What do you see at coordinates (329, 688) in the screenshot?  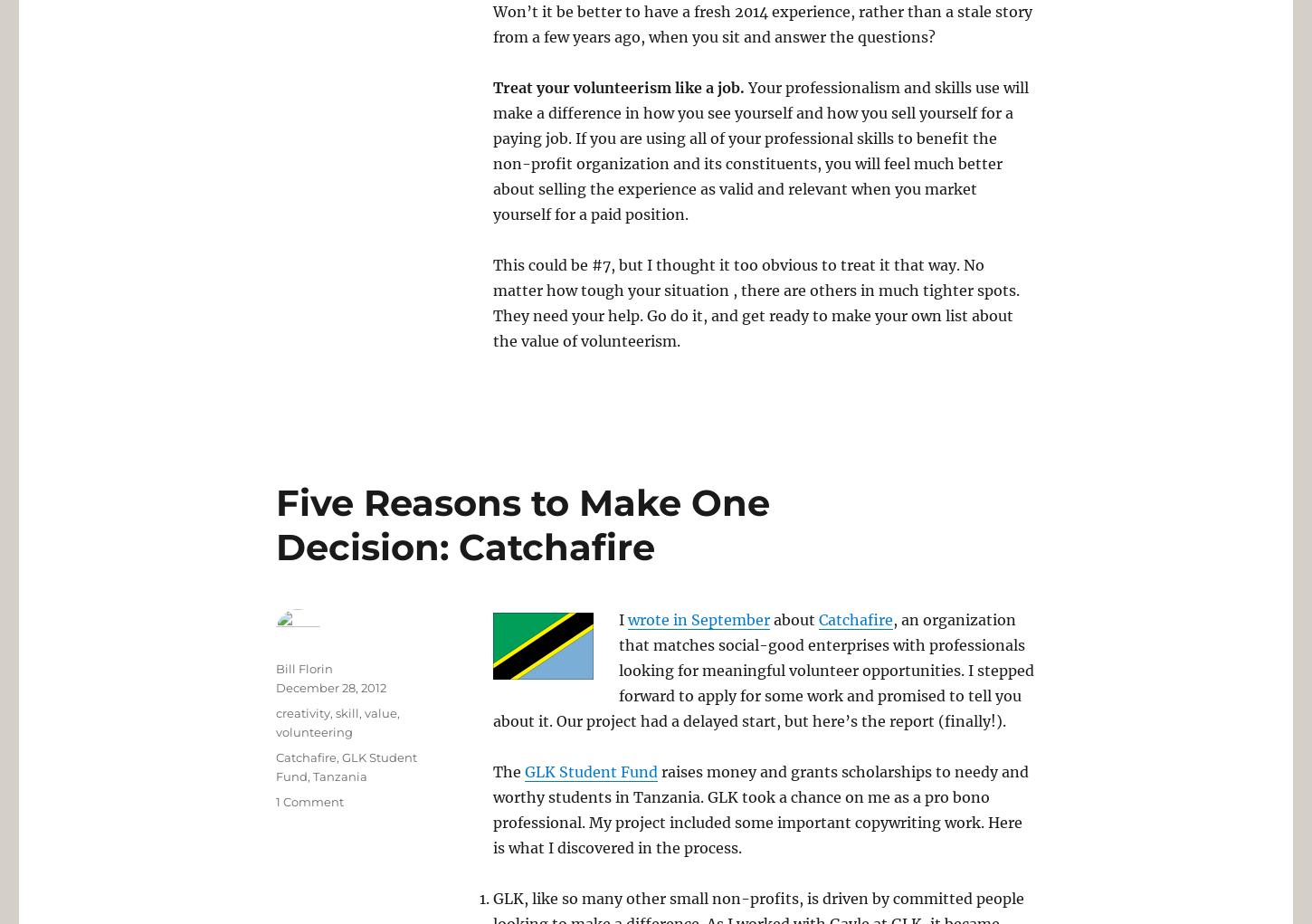 I see `'December 28, 2012'` at bounding box center [329, 688].